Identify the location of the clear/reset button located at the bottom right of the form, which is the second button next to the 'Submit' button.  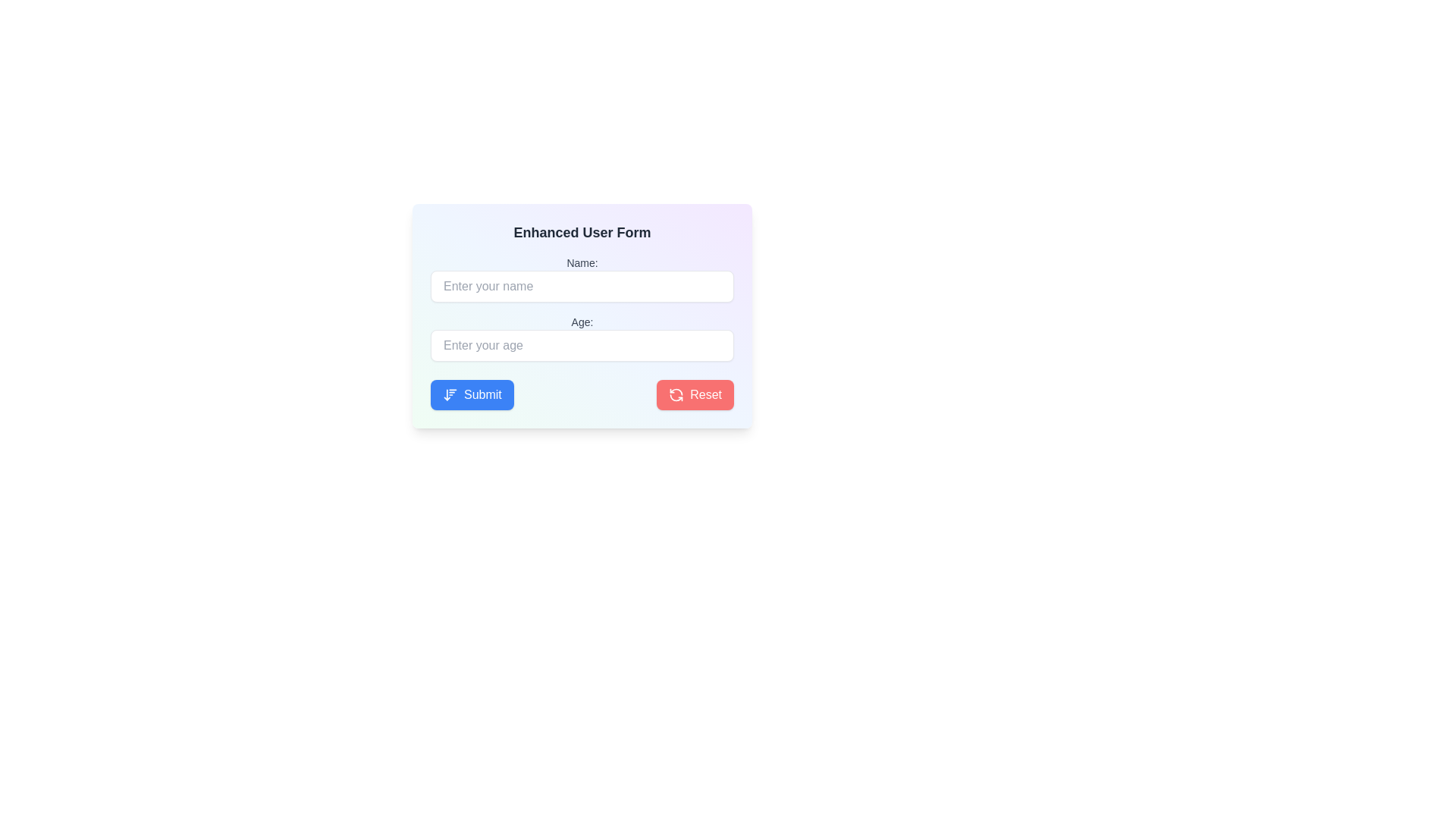
(695, 394).